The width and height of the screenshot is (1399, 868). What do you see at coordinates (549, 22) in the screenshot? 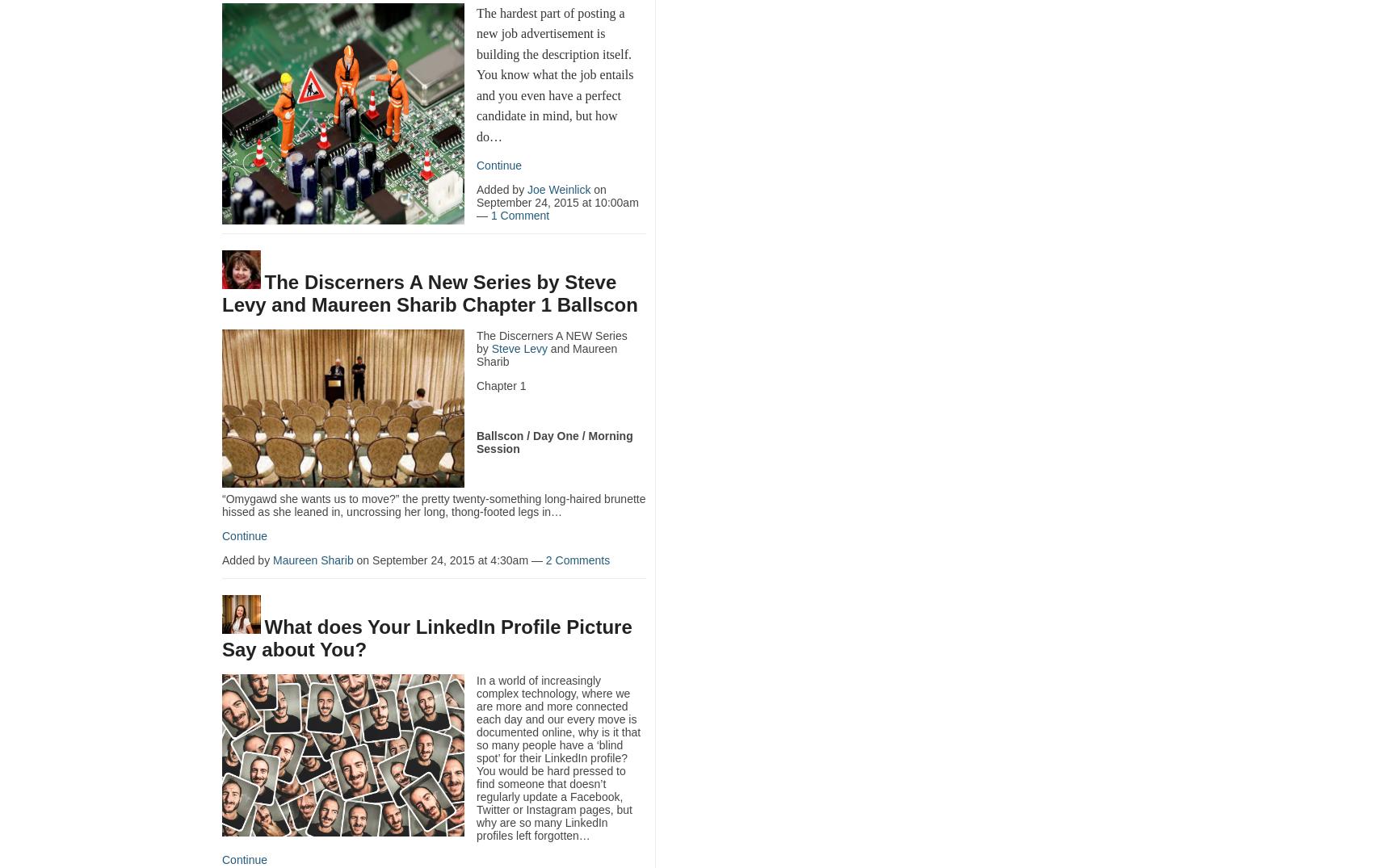
I see `'The hardest part of posting a new job advertisement'` at bounding box center [549, 22].